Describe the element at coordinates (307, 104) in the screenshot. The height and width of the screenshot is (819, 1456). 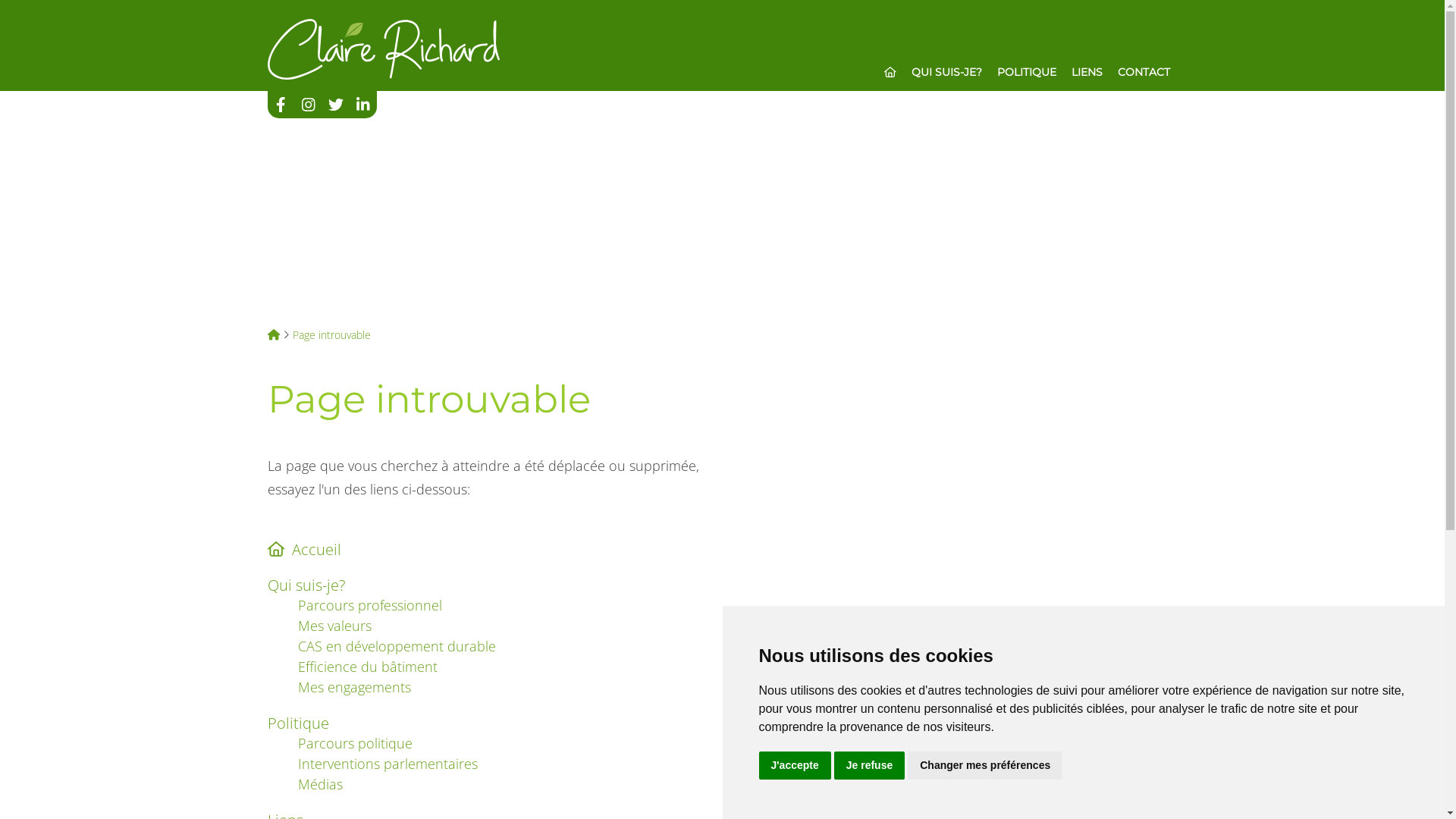
I see `'Nous suivre sur Instagram'` at that location.